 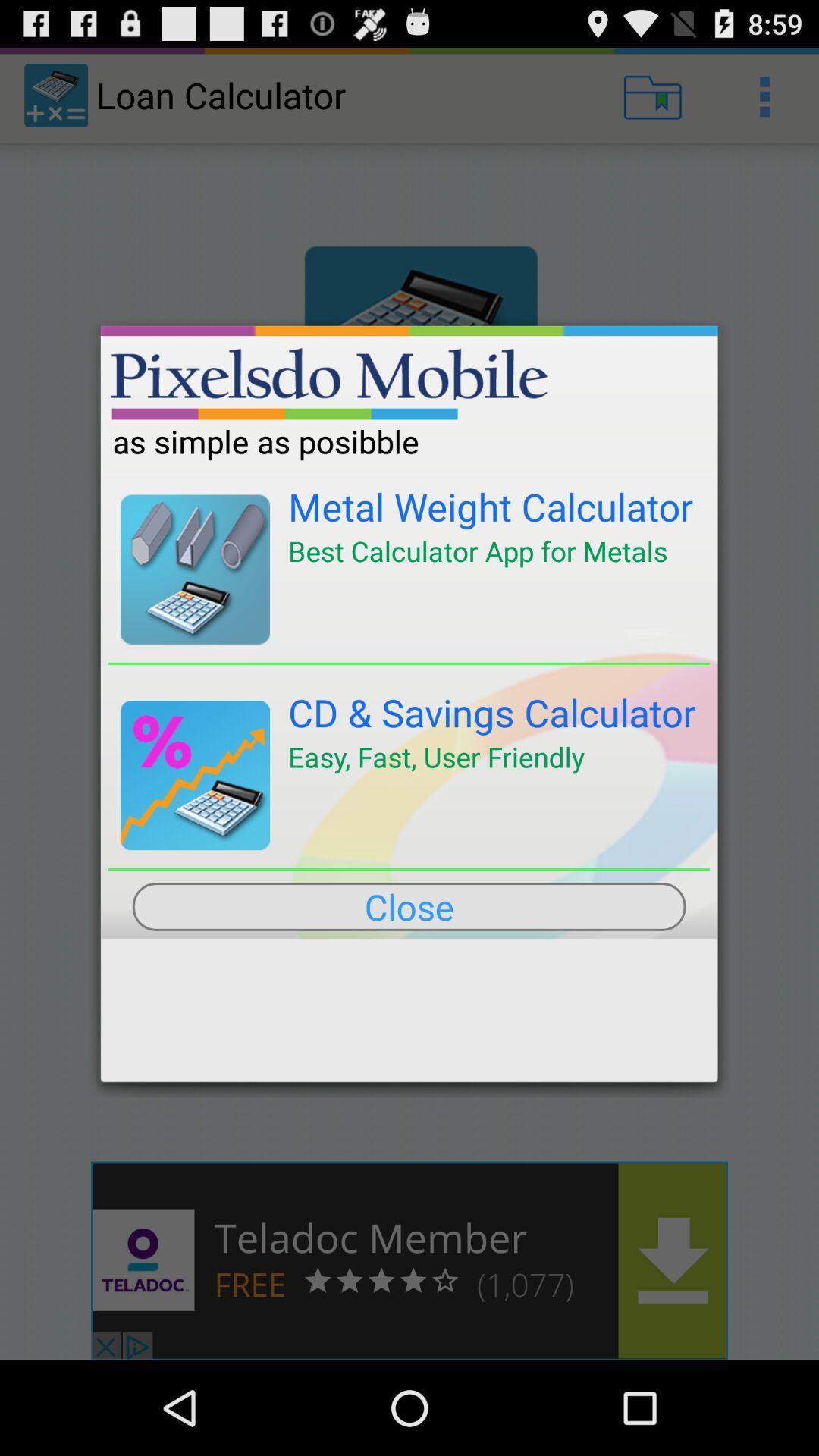 What do you see at coordinates (492, 711) in the screenshot?
I see `the cd & savings calculator` at bounding box center [492, 711].